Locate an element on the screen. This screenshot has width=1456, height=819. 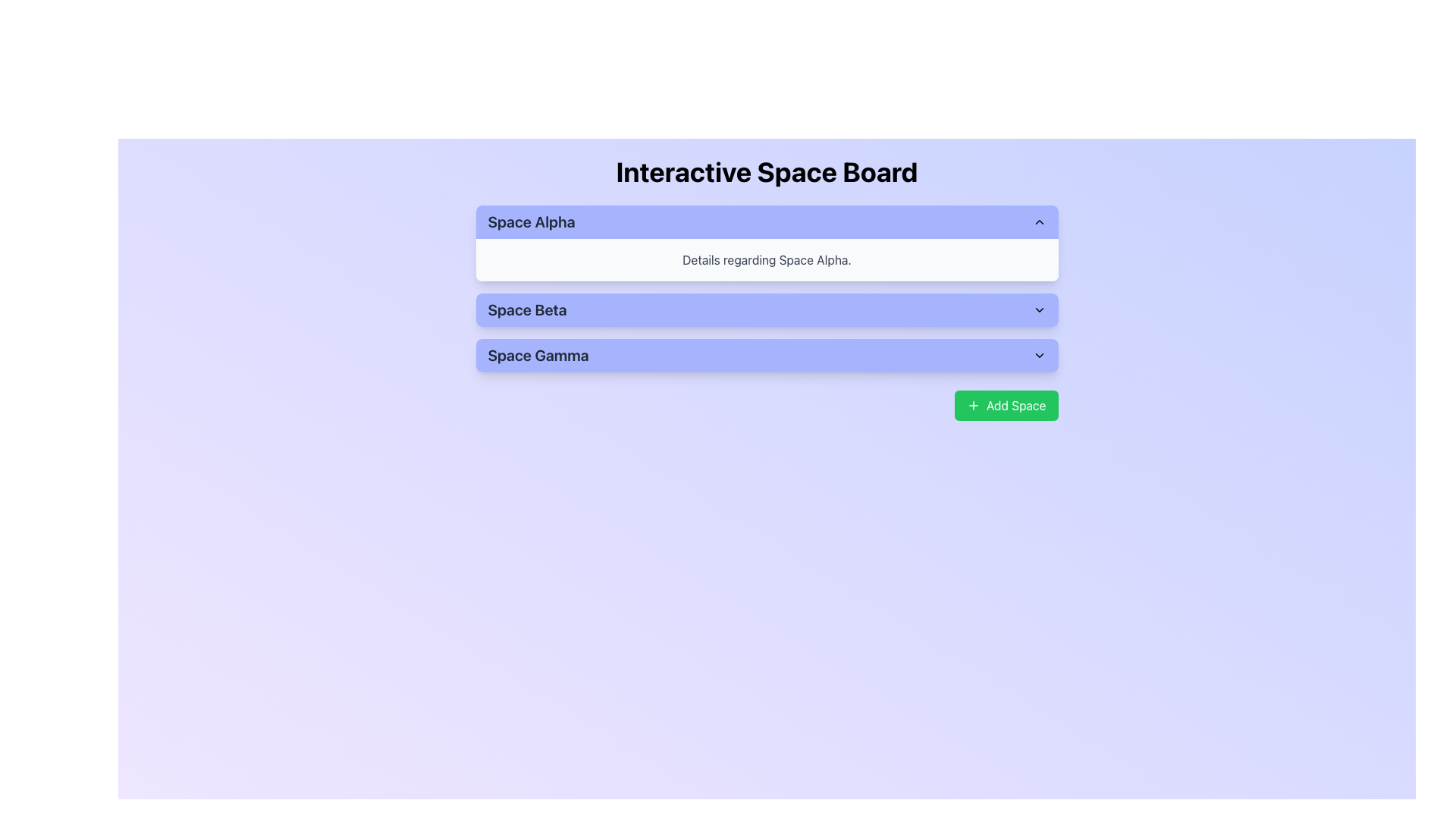
the text label for 'Space Alpha', which visually distinguishes this section from others like 'Space Beta' or 'Space Gamma' is located at coordinates (531, 222).